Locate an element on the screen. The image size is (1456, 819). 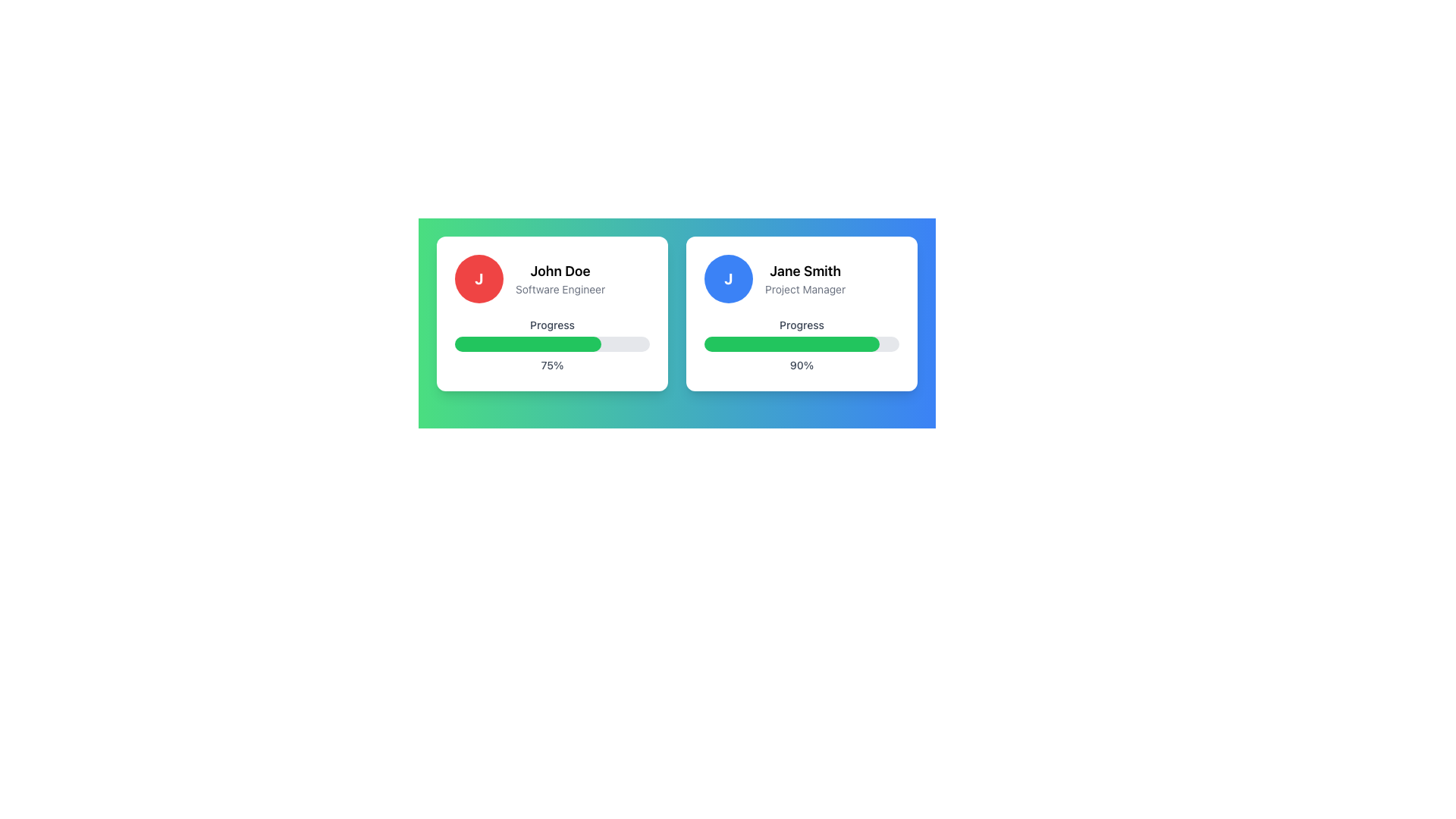
the Profile Card displaying user information, which is the leftmost of two similar cards in the layout is located at coordinates (551, 312).